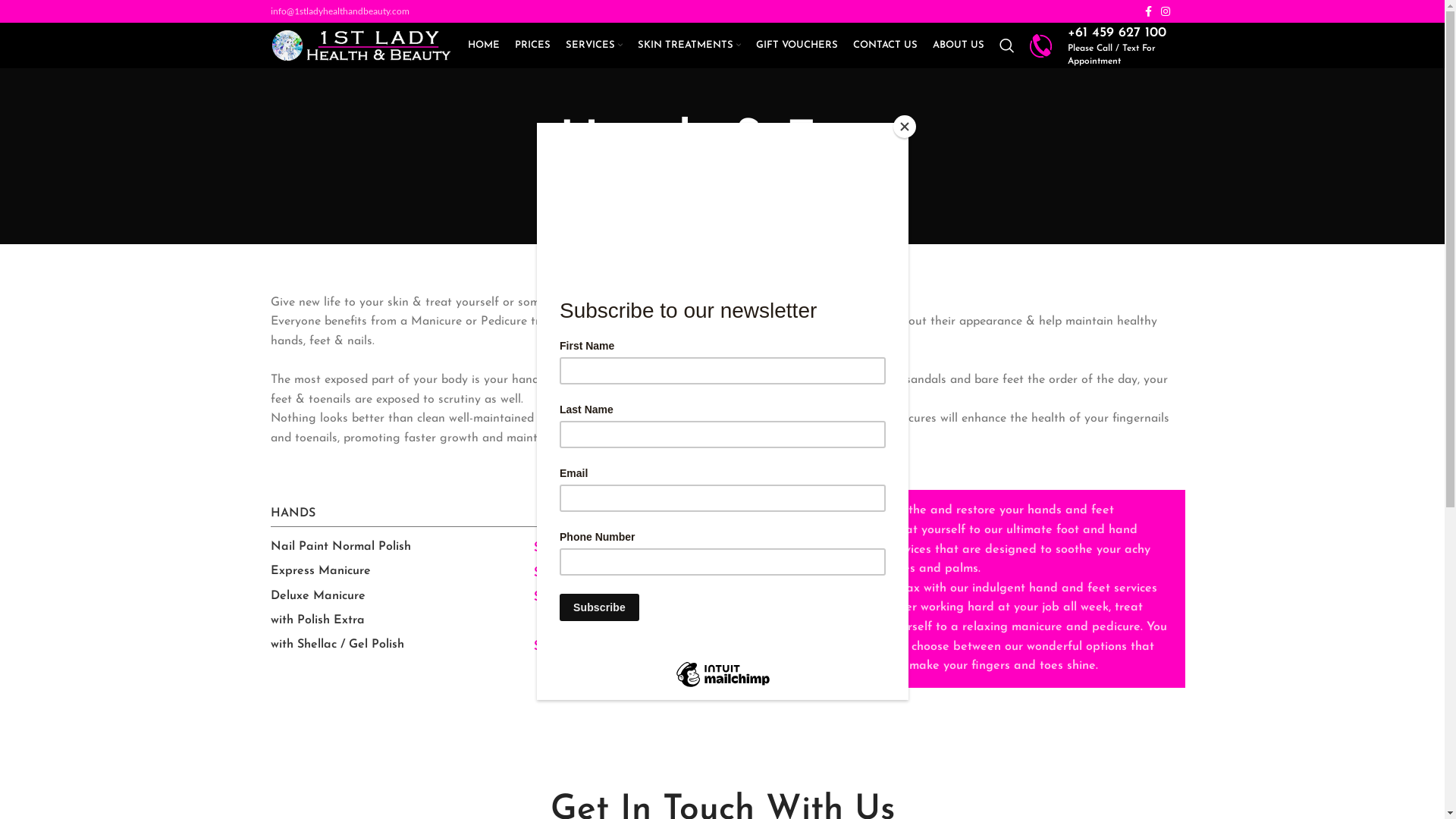 Image resolution: width=1456 pixels, height=819 pixels. Describe the element at coordinates (692, 189) in the screenshot. I see `'HOME'` at that location.